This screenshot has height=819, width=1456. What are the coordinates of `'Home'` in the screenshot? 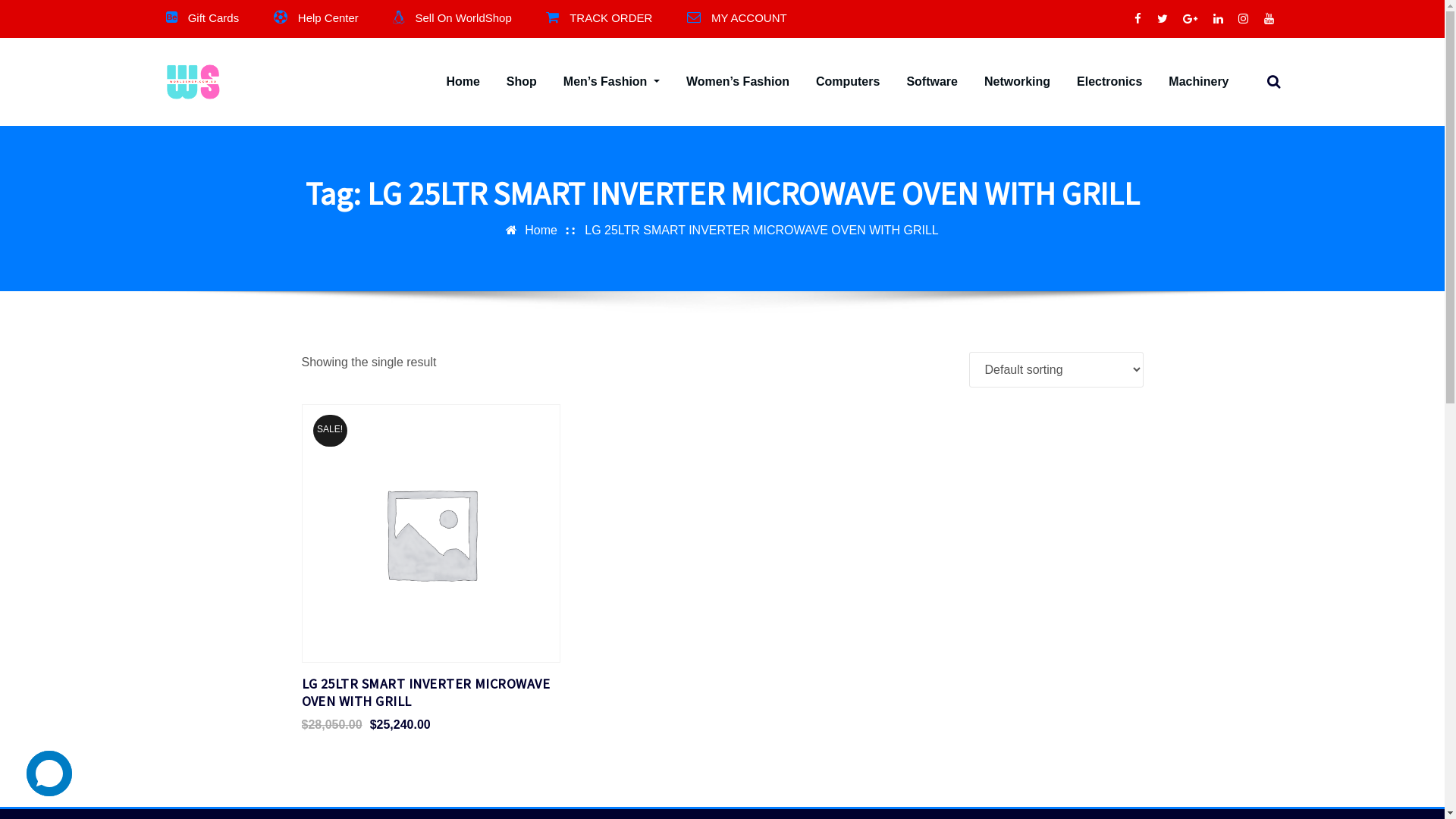 It's located at (445, 82).